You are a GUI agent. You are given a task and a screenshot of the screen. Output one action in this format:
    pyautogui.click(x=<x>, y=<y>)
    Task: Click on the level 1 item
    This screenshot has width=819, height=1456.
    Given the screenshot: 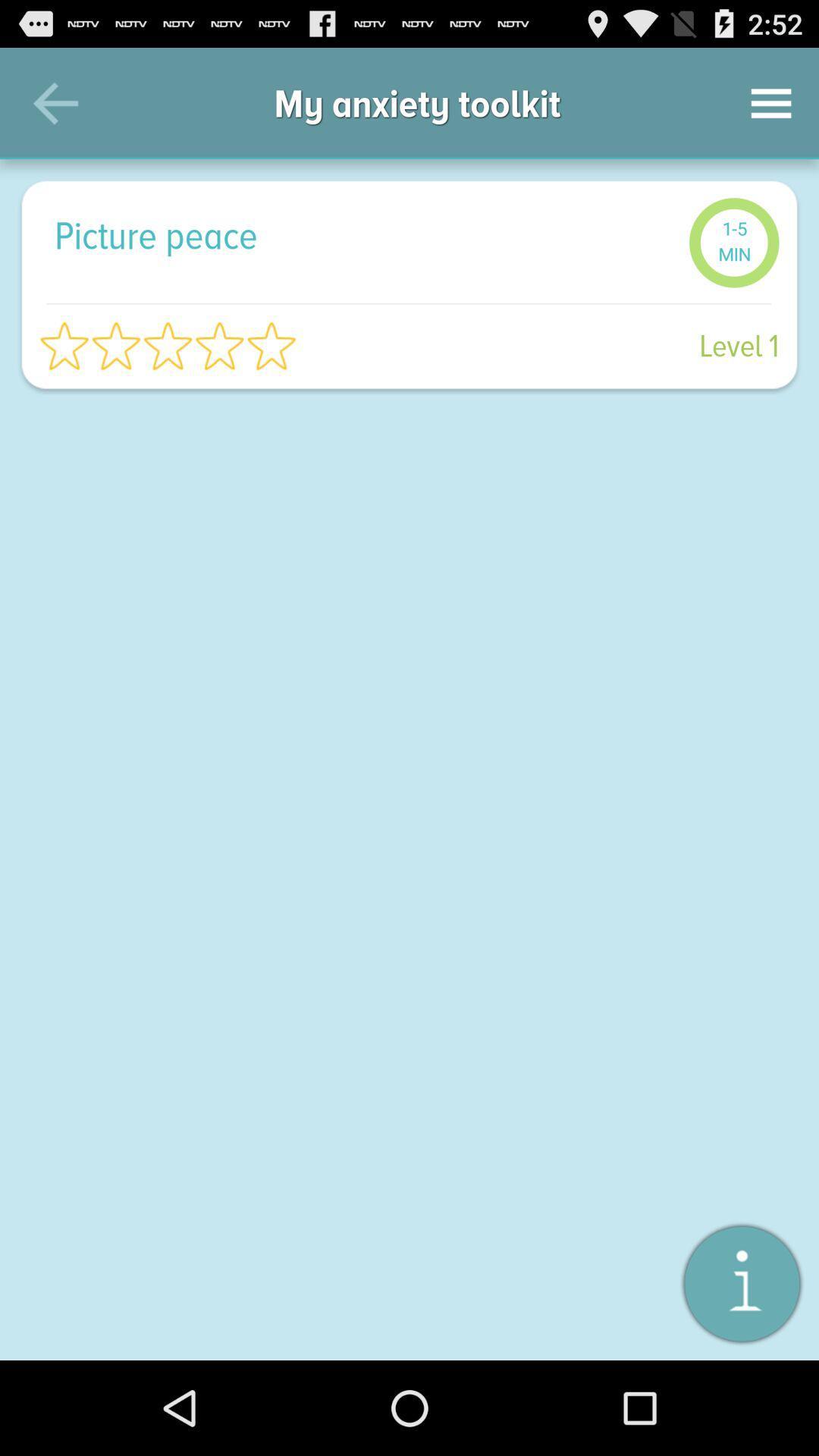 What is the action you would take?
    pyautogui.click(x=546, y=345)
    